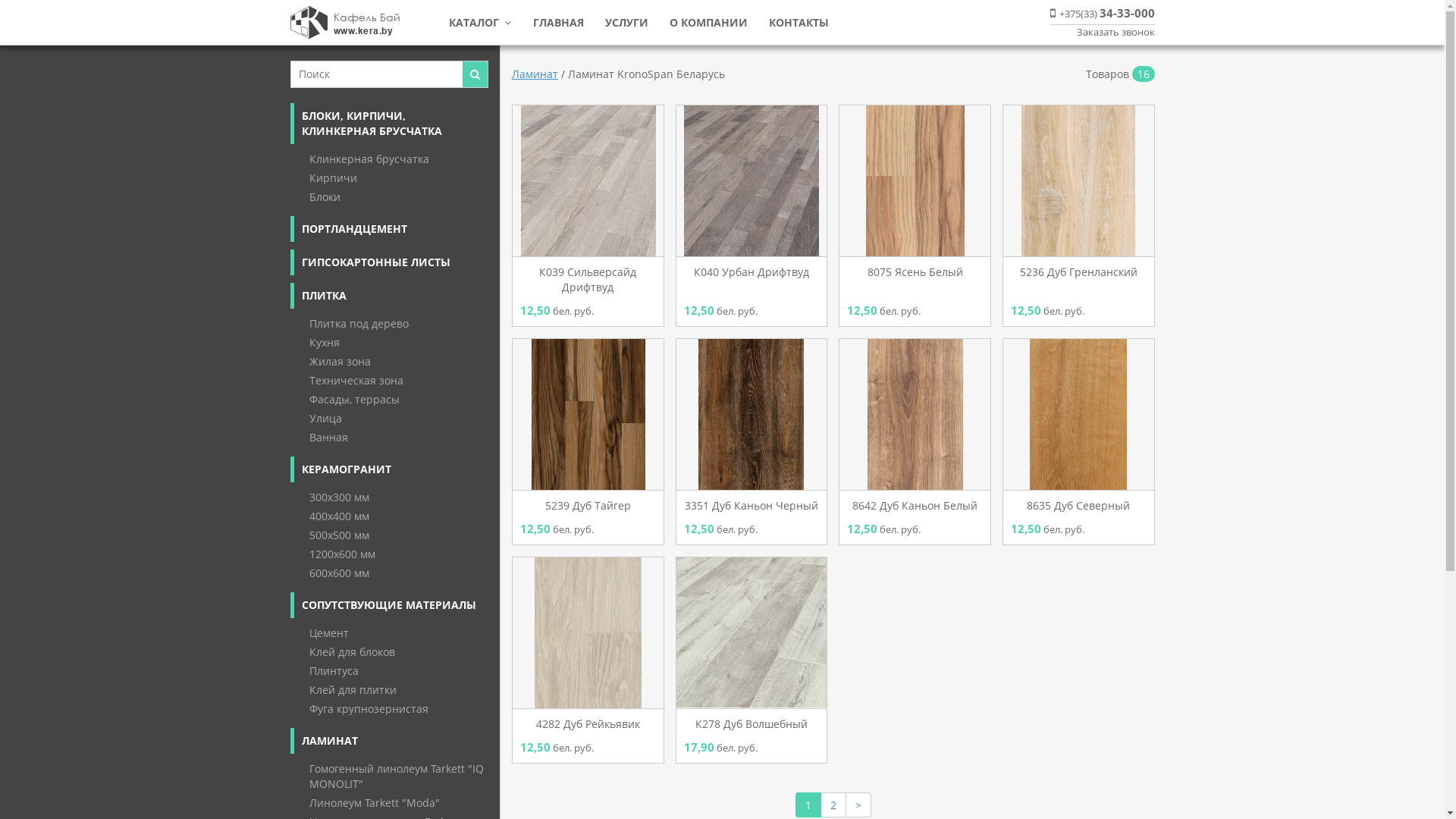  Describe the element at coordinates (833, 804) in the screenshot. I see `'2'` at that location.